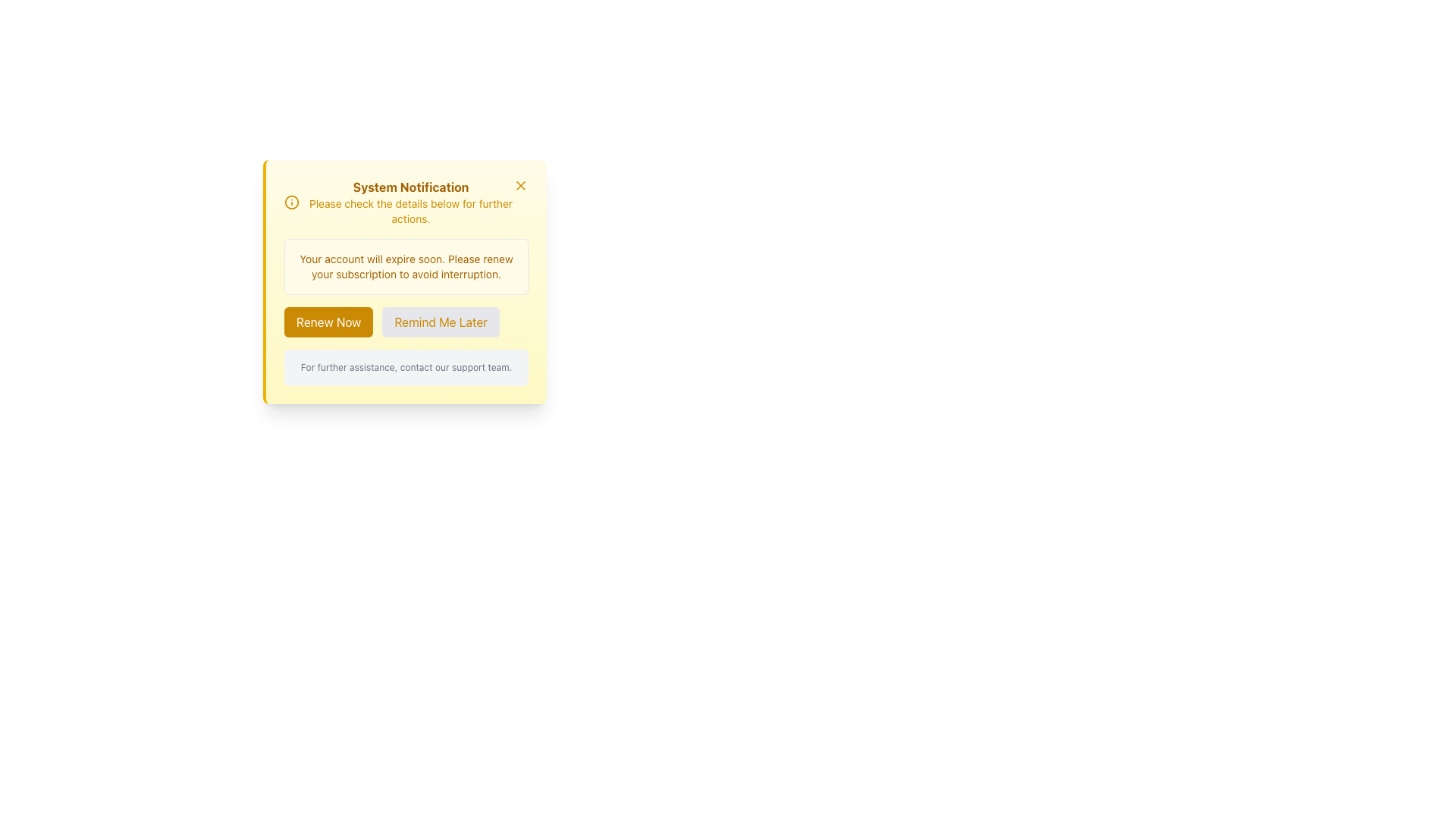 Image resolution: width=1456 pixels, height=819 pixels. Describe the element at coordinates (406, 368) in the screenshot. I see `the contact information text block located at the bottom center of the notification card, below the 'Renew Now' and 'Remind Me Later' buttons` at that location.